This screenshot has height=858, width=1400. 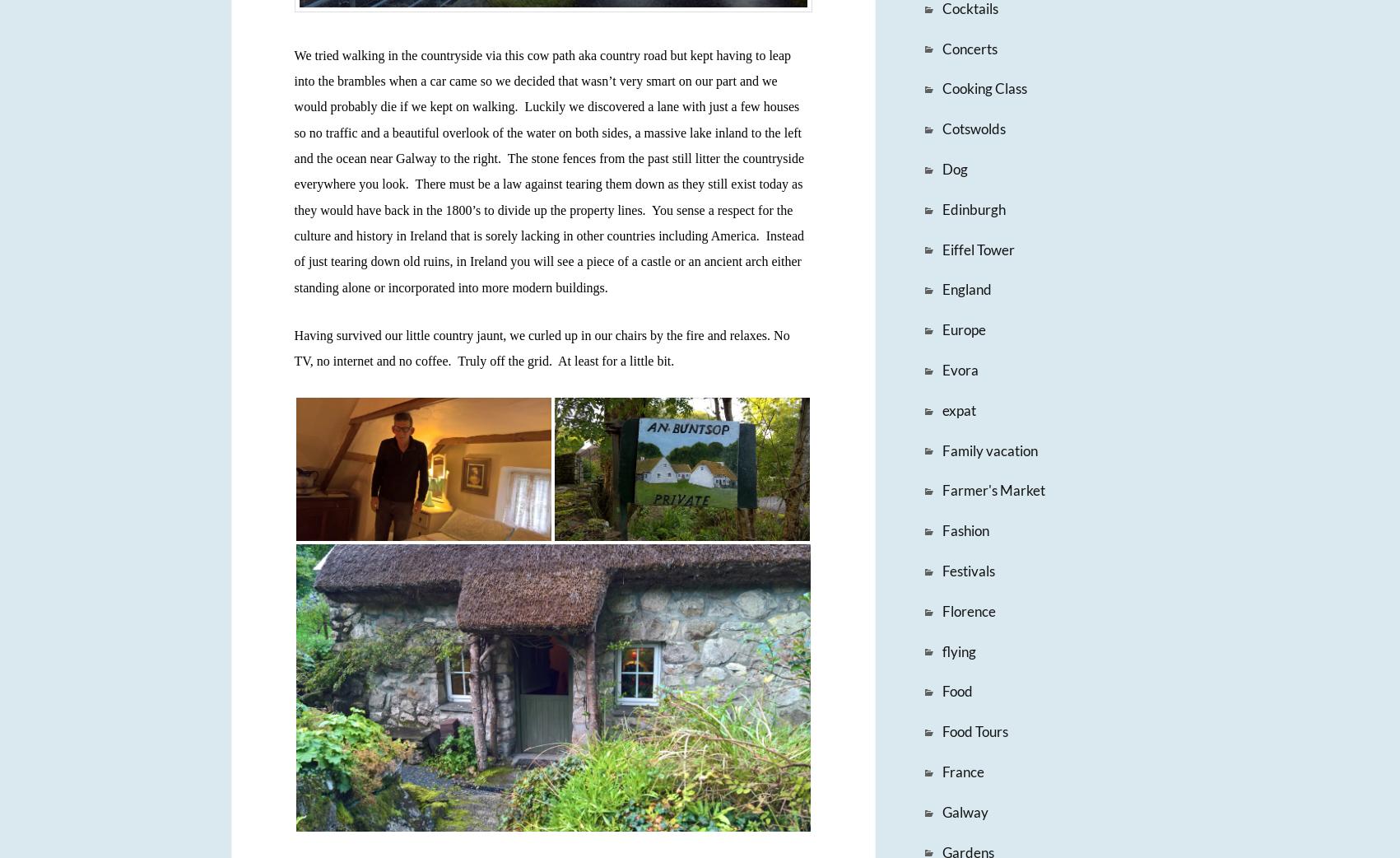 What do you see at coordinates (940, 47) in the screenshot?
I see `'Concerts'` at bounding box center [940, 47].